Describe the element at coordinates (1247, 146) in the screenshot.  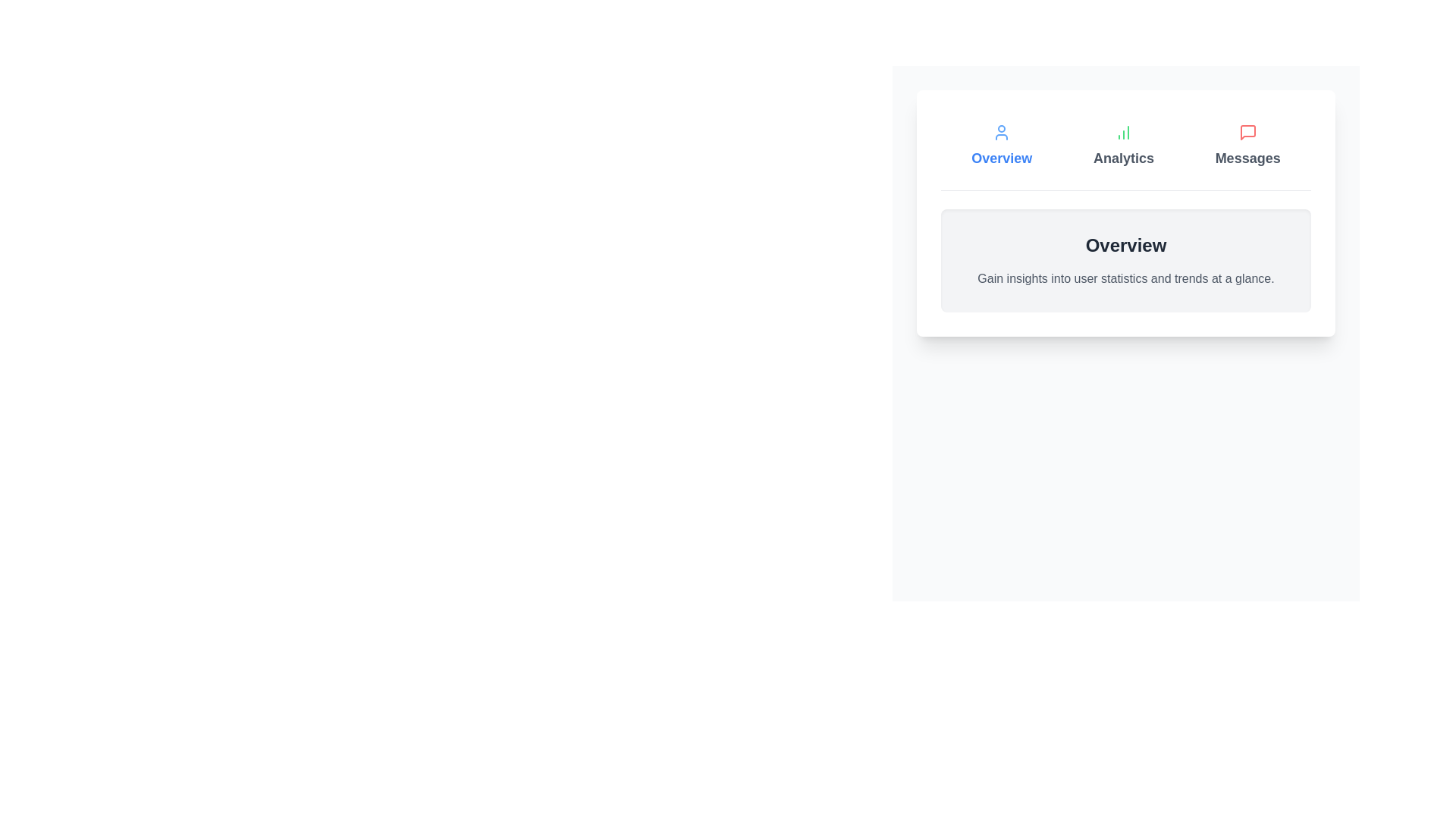
I see `the Messages tab to see its hover effect` at that location.